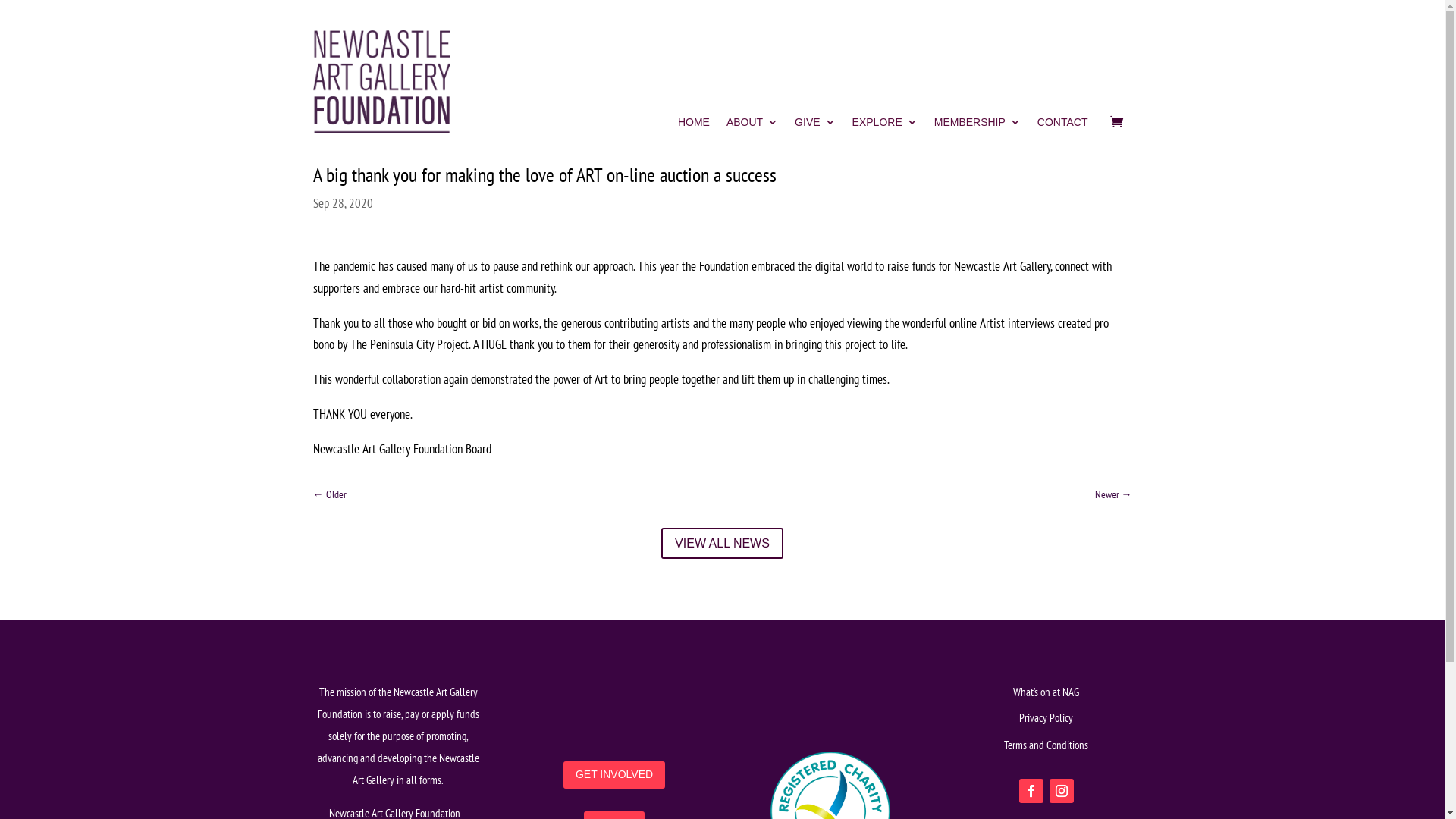 Image resolution: width=1456 pixels, height=819 pixels. Describe the element at coordinates (693, 124) in the screenshot. I see `'HOME'` at that location.